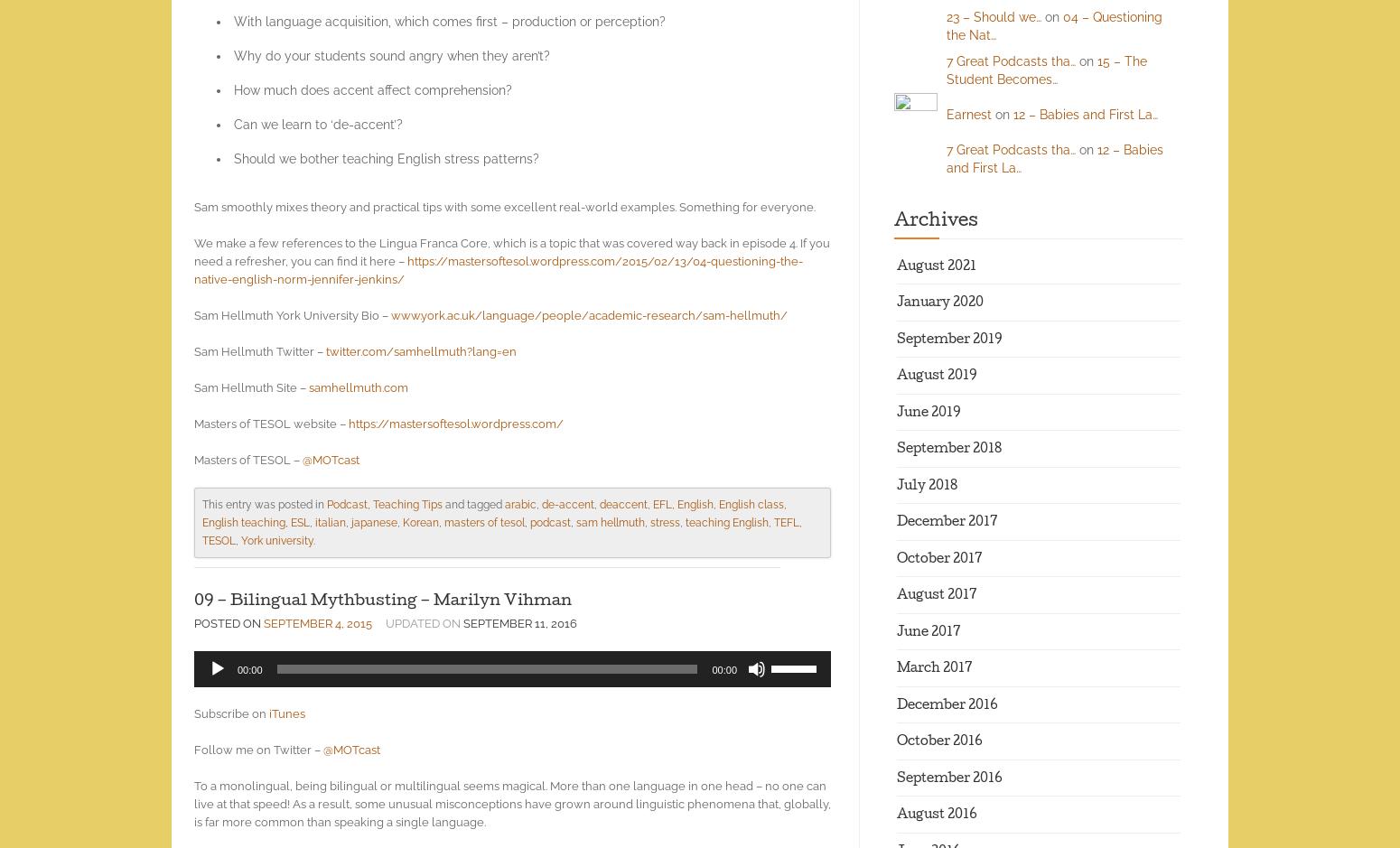  What do you see at coordinates (588, 314) in the screenshot?
I see `'www.york.ac.uk/language/people/academic-research/sam-hellmuth/'` at bounding box center [588, 314].